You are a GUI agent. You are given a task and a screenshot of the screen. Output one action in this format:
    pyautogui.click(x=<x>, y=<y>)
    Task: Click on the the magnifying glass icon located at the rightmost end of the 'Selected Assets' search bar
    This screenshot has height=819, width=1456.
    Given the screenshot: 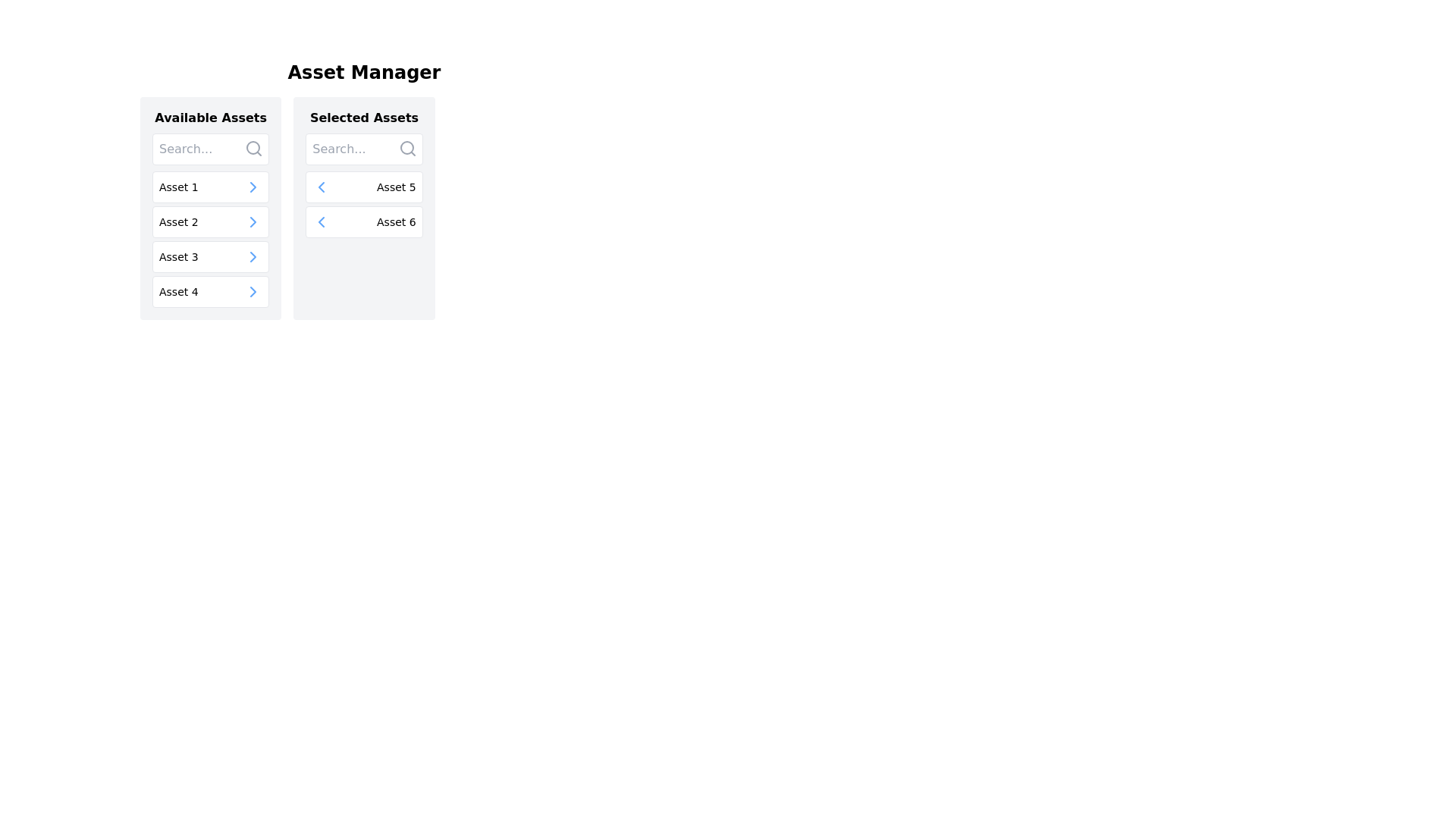 What is the action you would take?
    pyautogui.click(x=407, y=149)
    